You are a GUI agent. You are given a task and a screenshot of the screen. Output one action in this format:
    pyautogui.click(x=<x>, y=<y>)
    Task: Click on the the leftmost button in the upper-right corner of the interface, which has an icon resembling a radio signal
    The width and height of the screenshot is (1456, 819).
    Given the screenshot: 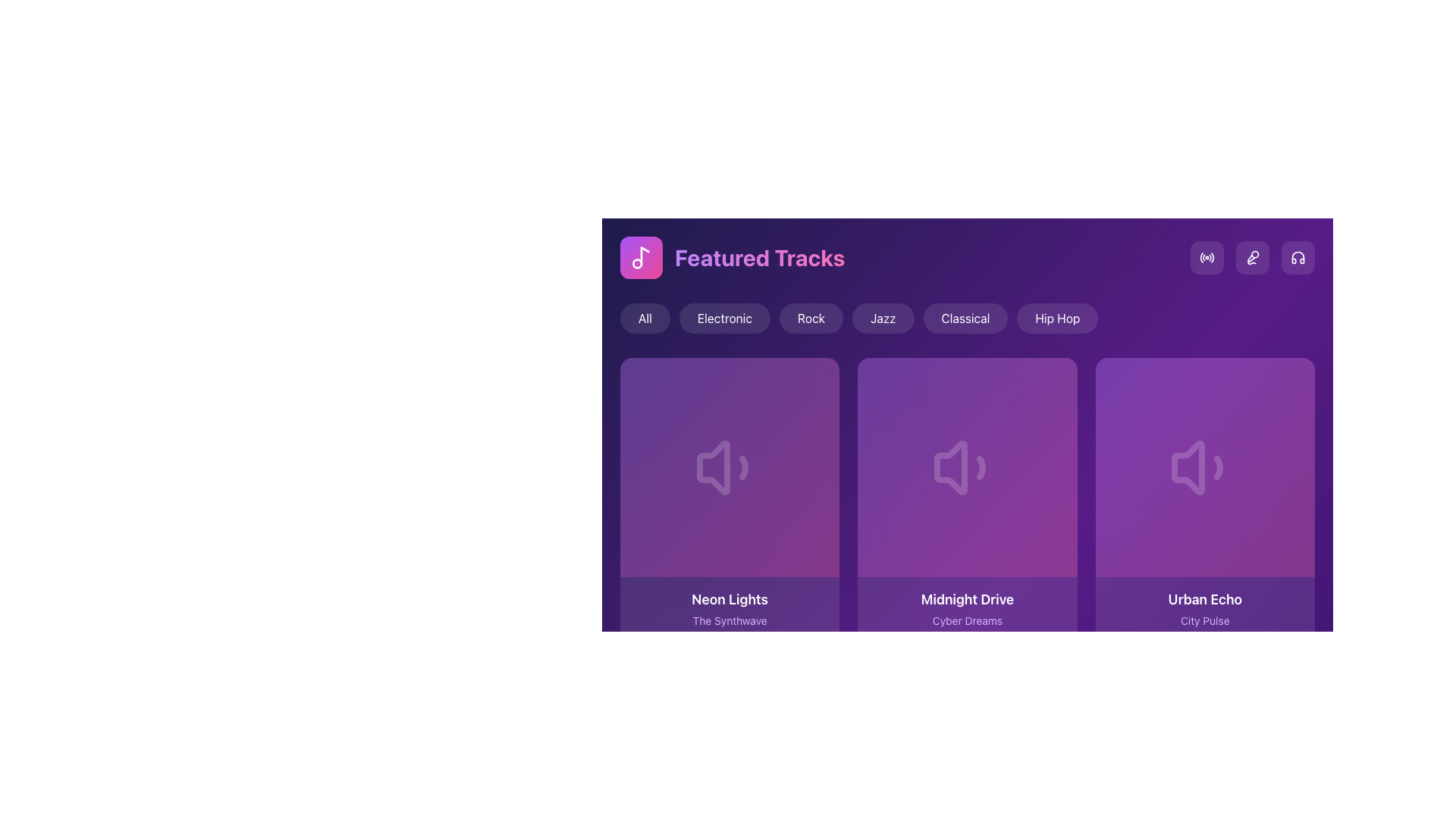 What is the action you would take?
    pyautogui.click(x=1207, y=256)
    